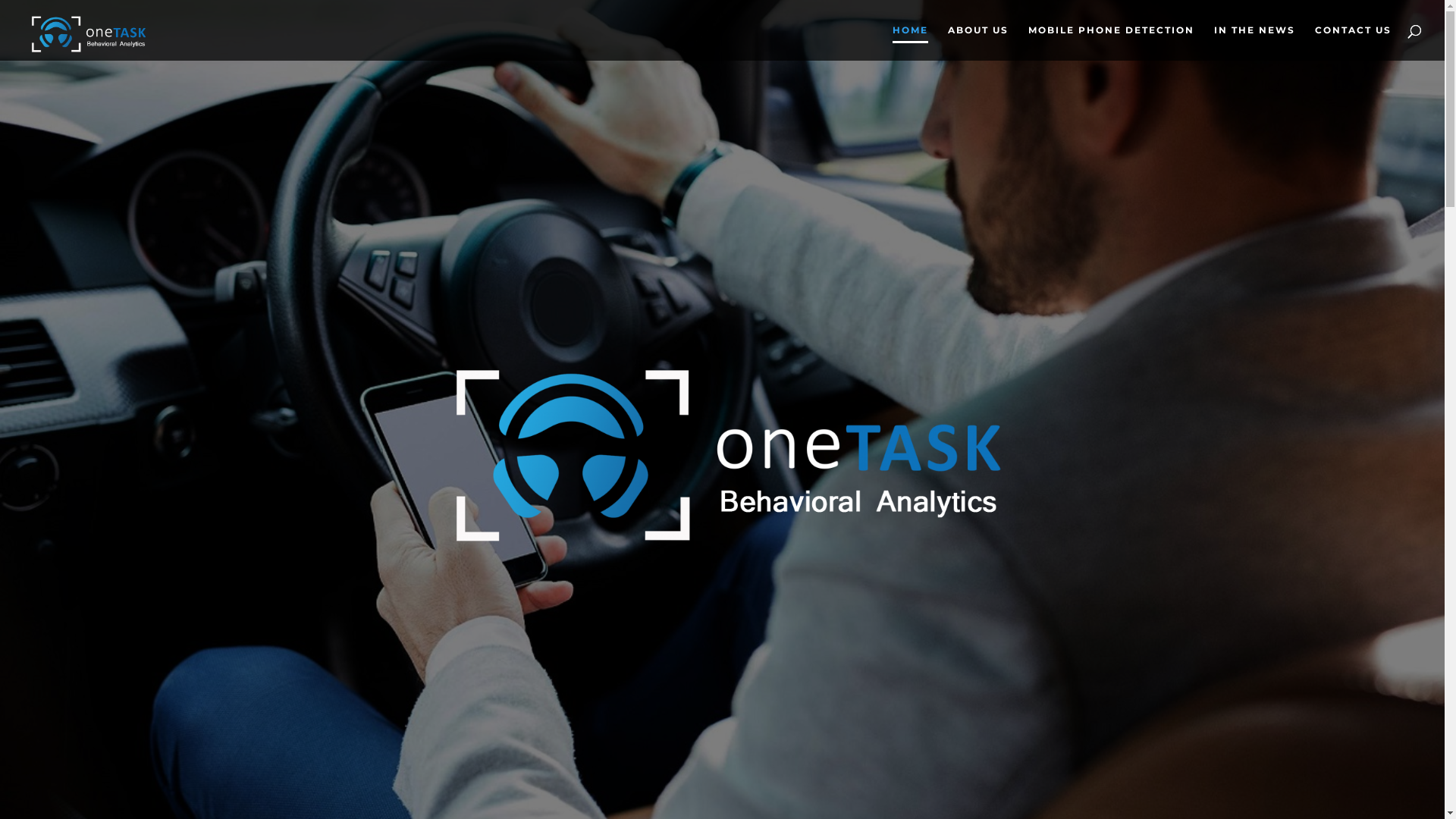 This screenshot has height=819, width=1456. Describe the element at coordinates (910, 42) in the screenshot. I see `'HOME'` at that location.